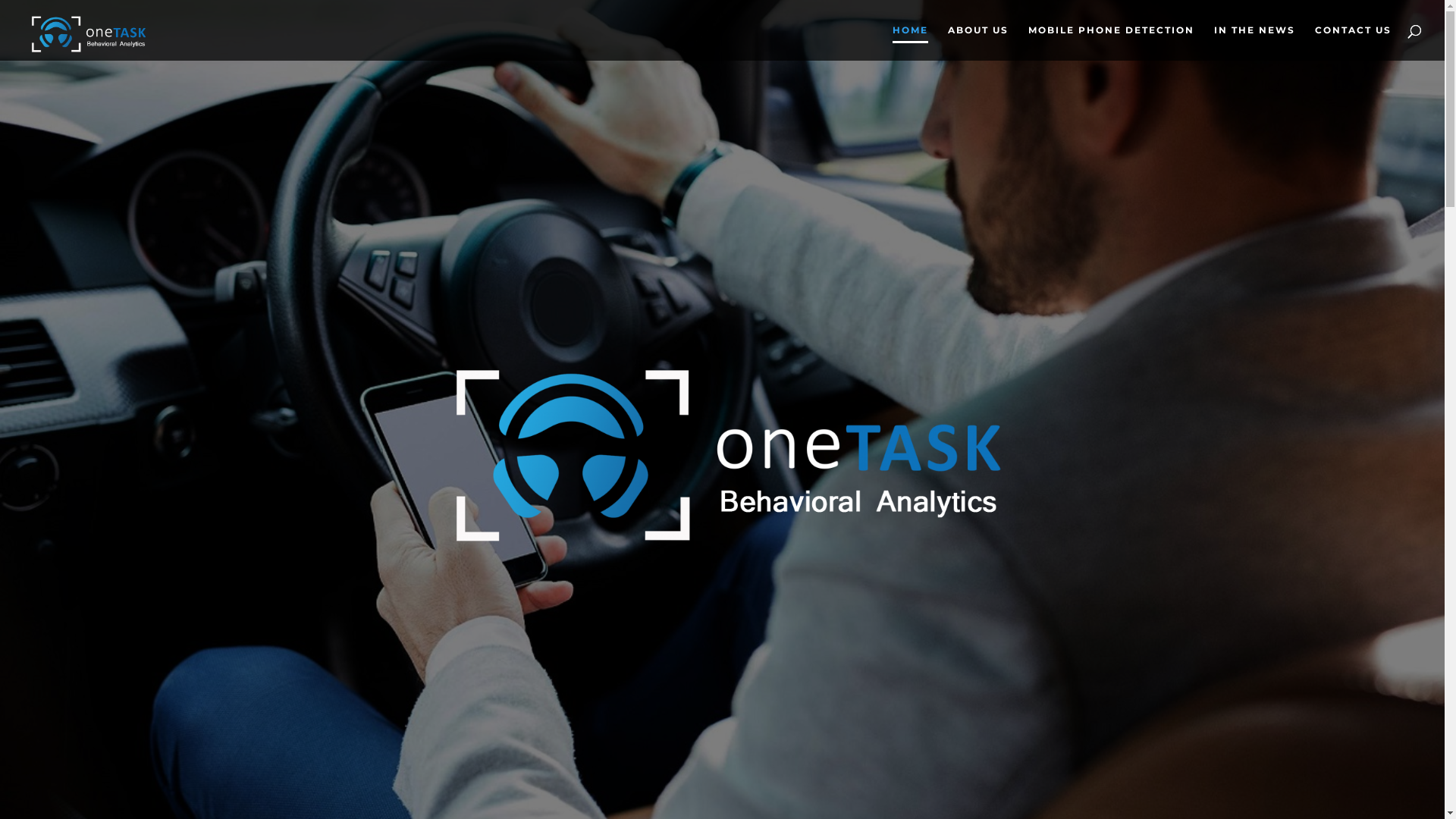 This screenshot has height=819, width=1456. Describe the element at coordinates (910, 42) in the screenshot. I see `'HOME'` at that location.